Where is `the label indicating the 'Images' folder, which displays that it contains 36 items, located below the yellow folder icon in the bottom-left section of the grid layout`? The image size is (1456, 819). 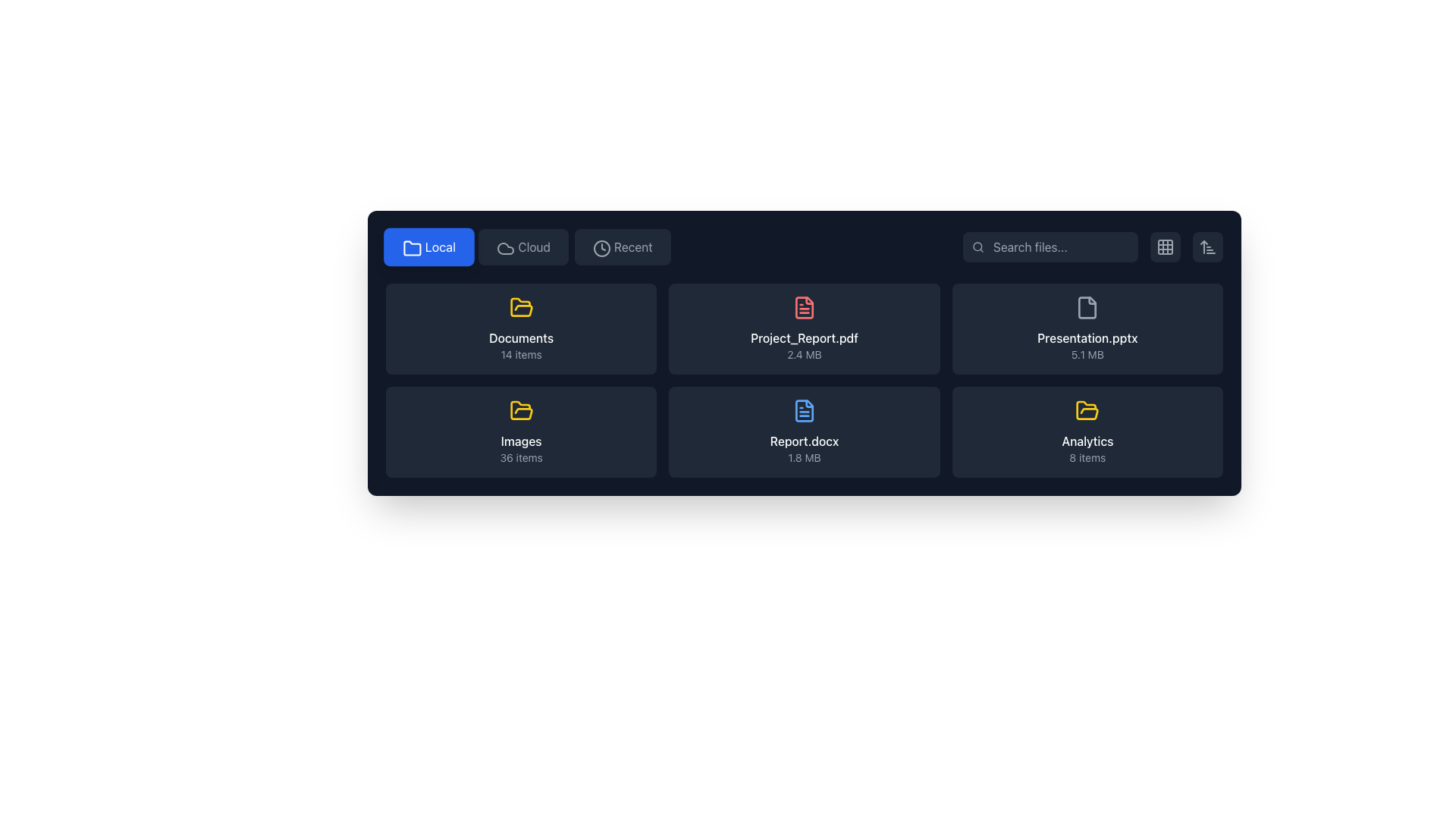
the label indicating the 'Images' folder, which displays that it contains 36 items, located below the yellow folder icon in the bottom-left section of the grid layout is located at coordinates (521, 447).